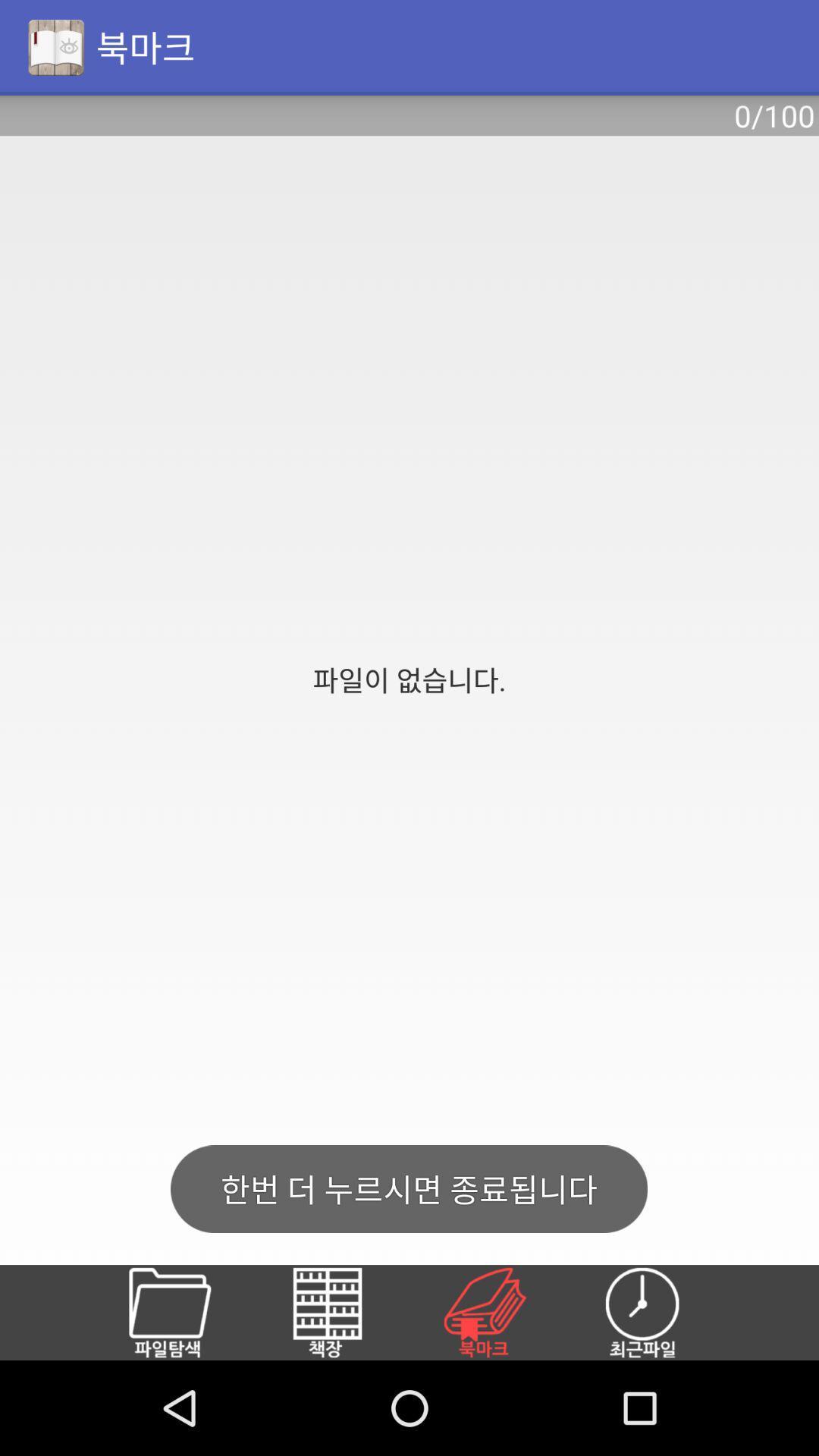 The height and width of the screenshot is (1456, 819). I want to click on open folder, so click(187, 1312).